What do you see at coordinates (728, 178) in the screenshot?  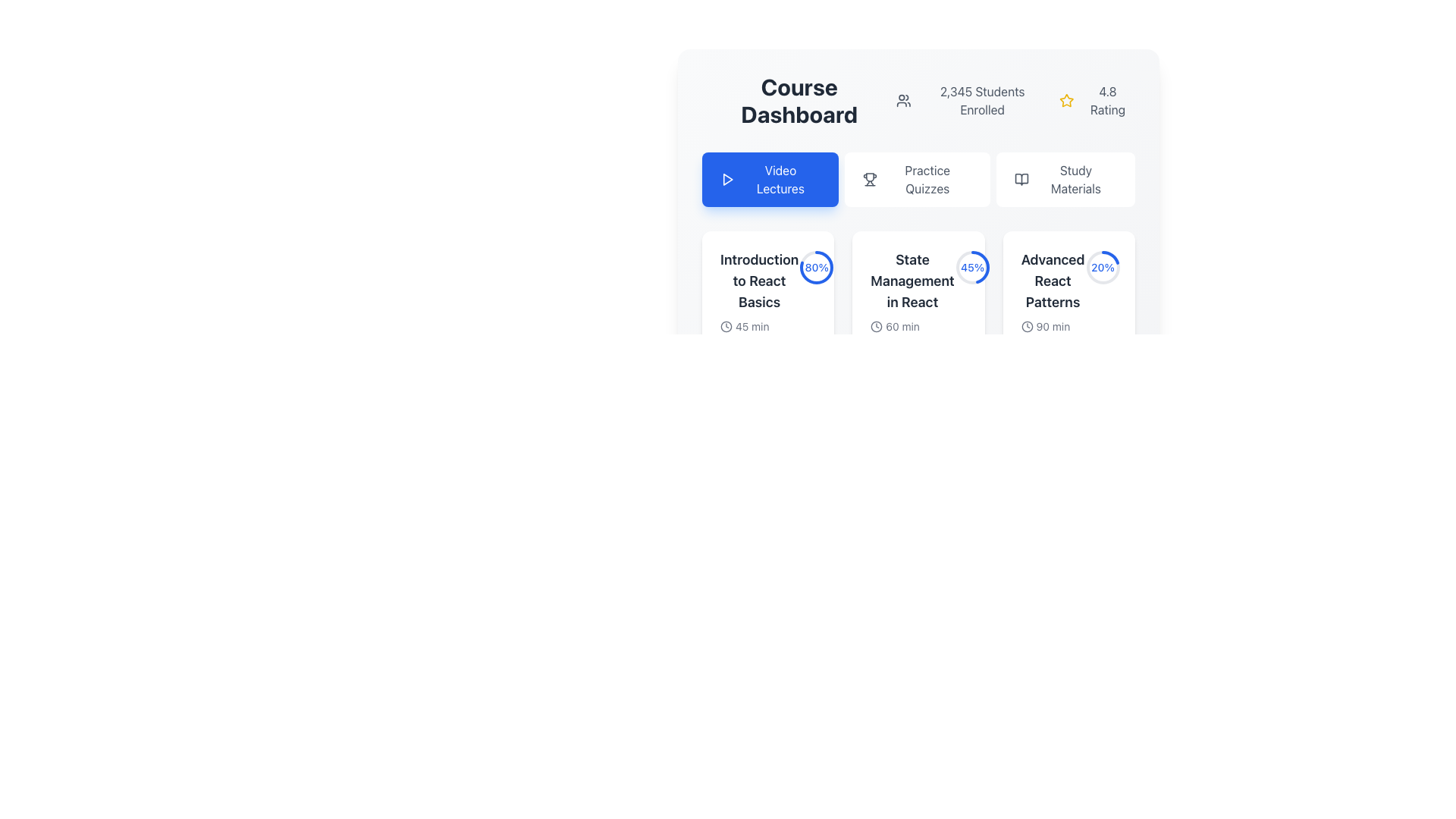 I see `the triangular play icon located on the left side of the 'Video Lectures' button, which provides access to video content in the upper-left section of the interface below the 'Course Dashboard' heading` at bounding box center [728, 178].